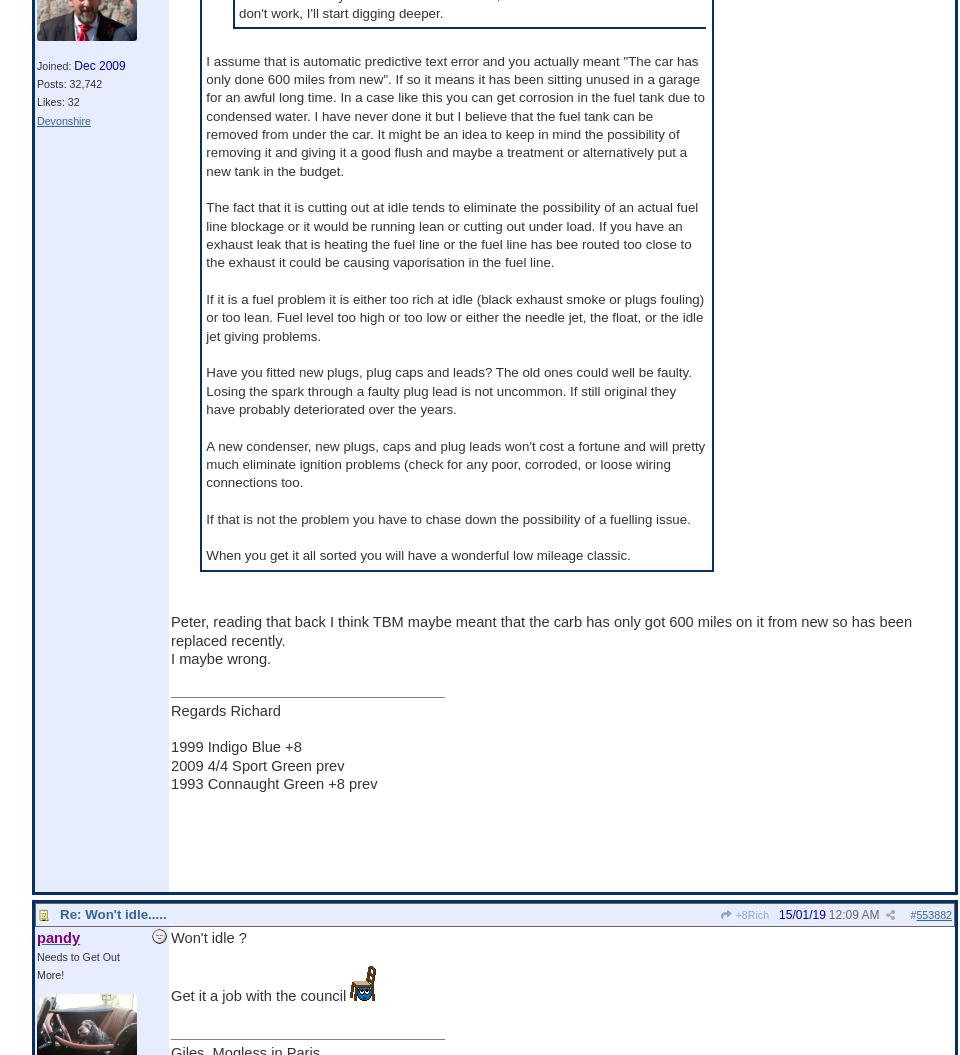 This screenshot has width=960, height=1055. Describe the element at coordinates (272, 782) in the screenshot. I see `'1993 Connaught Green +8  prev'` at that location.